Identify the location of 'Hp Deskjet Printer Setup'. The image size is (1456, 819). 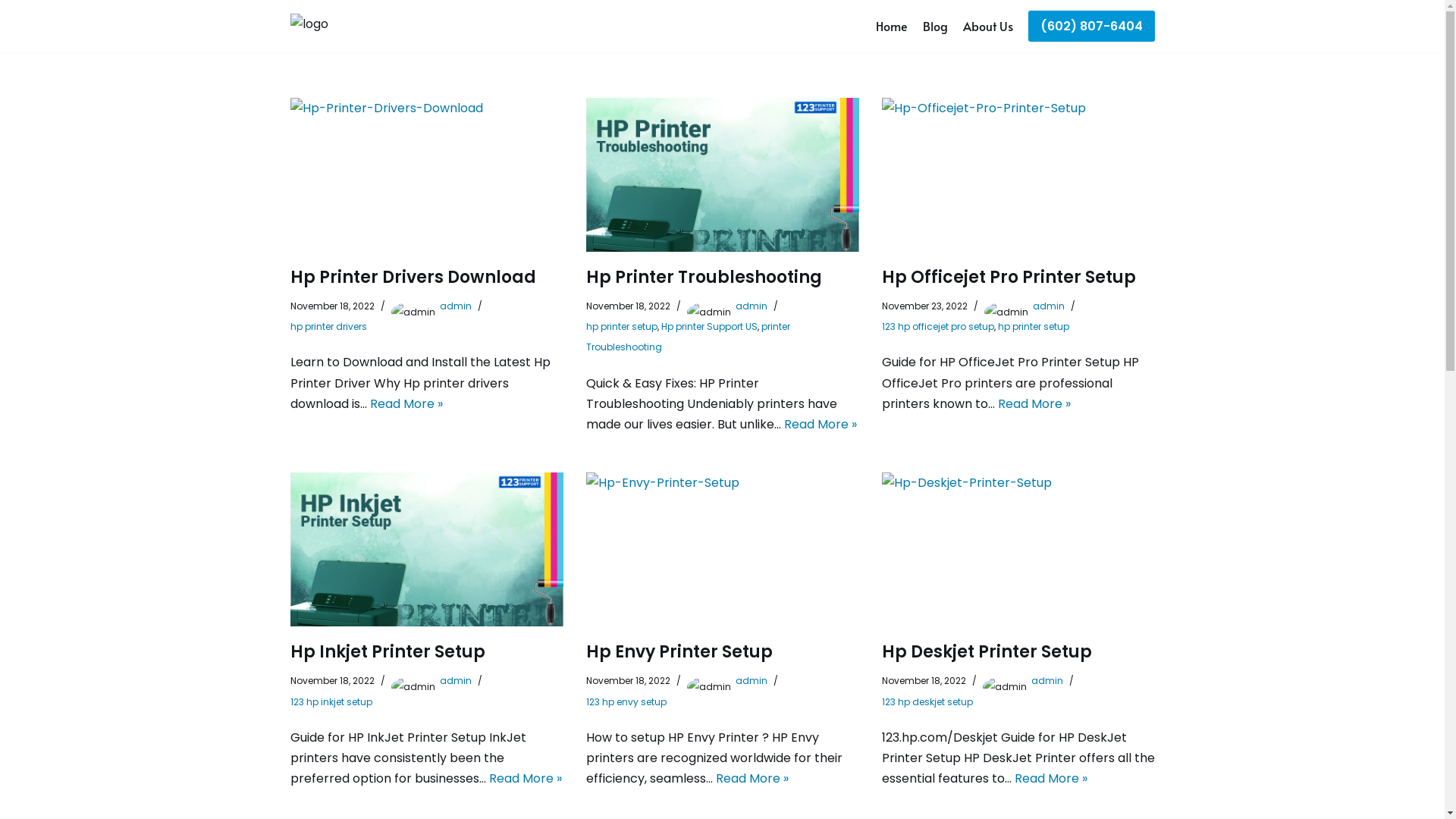
(986, 651).